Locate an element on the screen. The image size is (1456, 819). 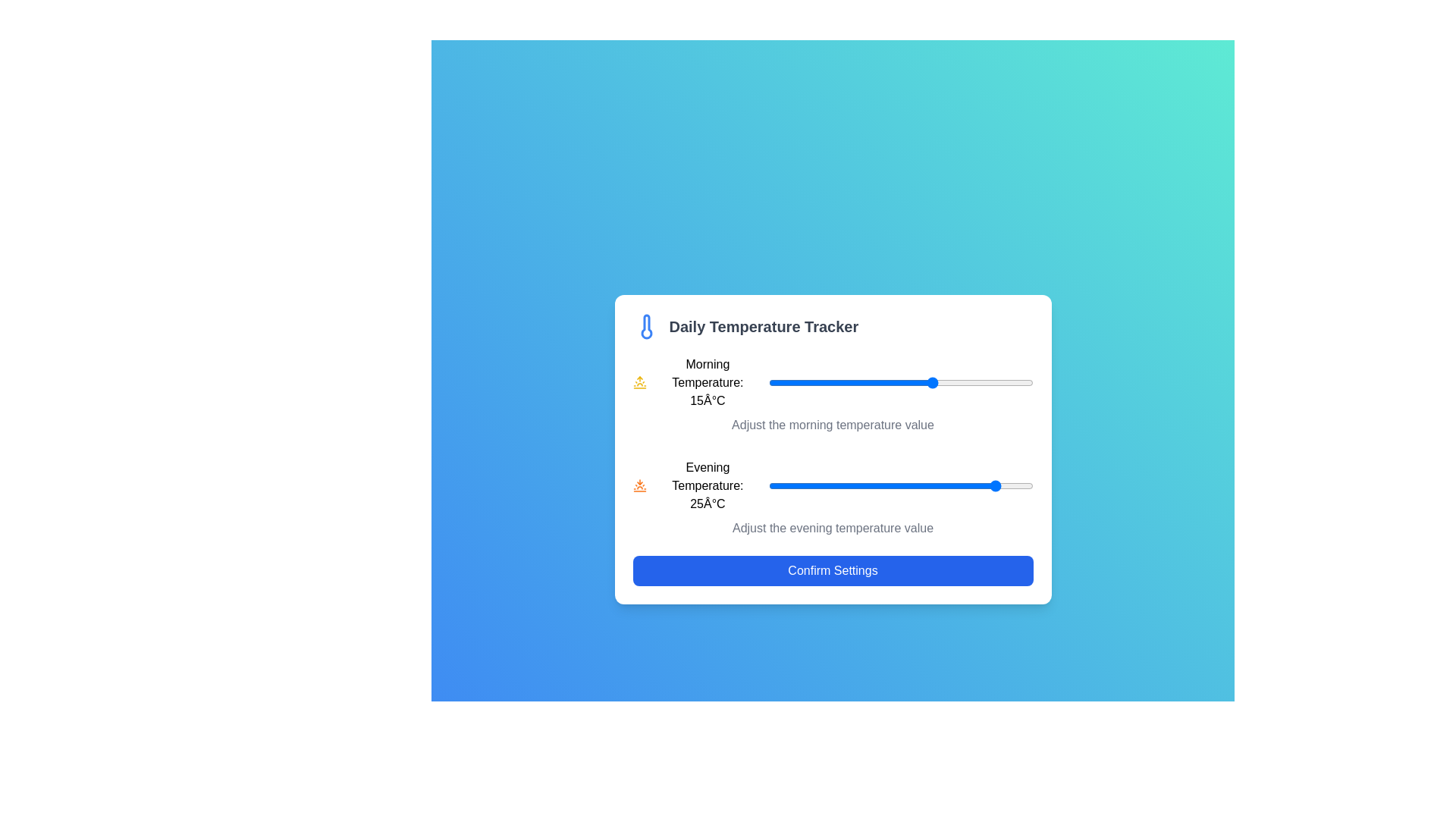
the evening temperature slider to -8°C is located at coordinates (782, 485).